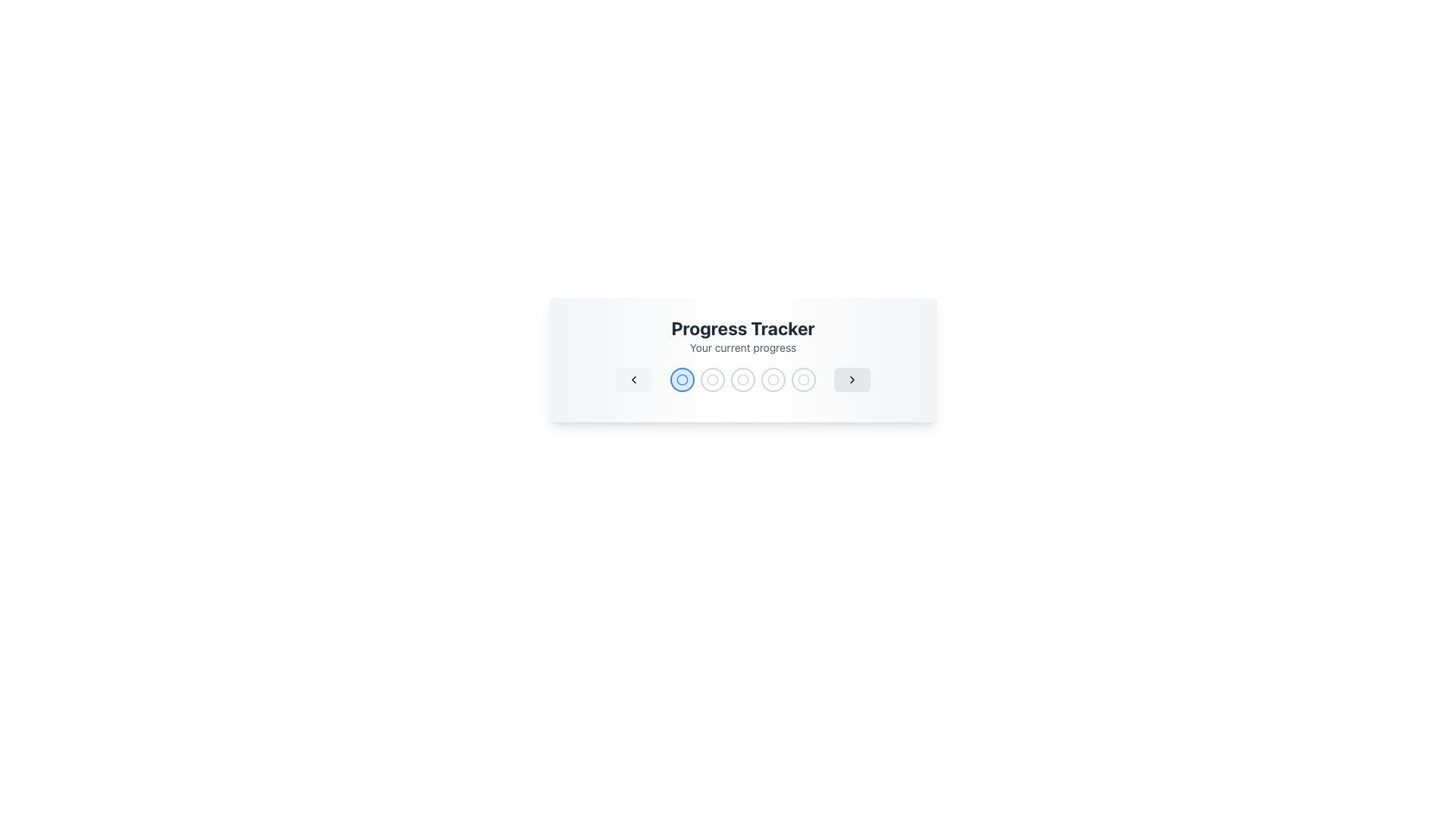 This screenshot has height=819, width=1456. Describe the element at coordinates (633, 379) in the screenshot. I see `the backward navigation button located at the far-left side of the horizontal progress tracker` at that location.